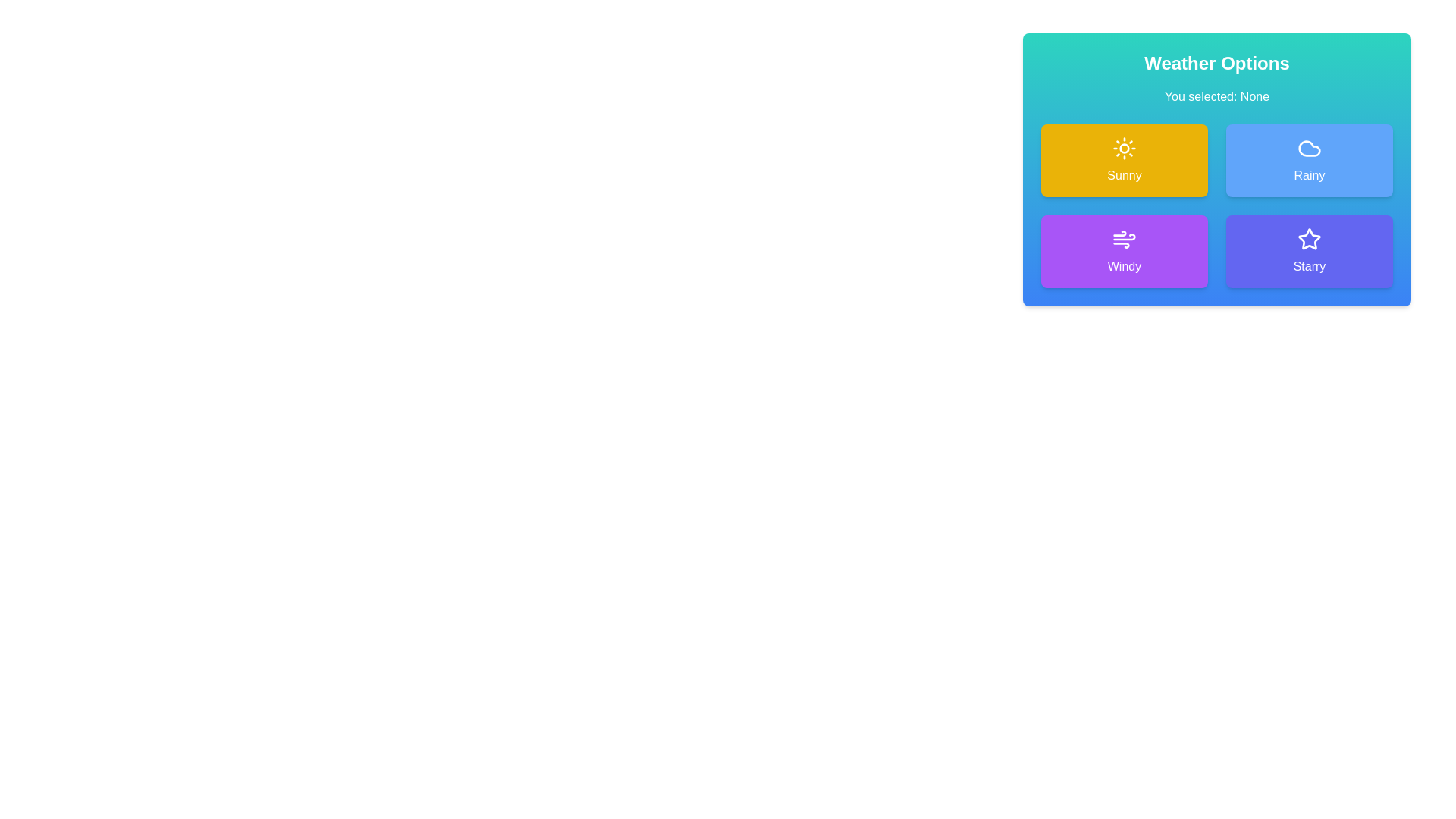 This screenshot has width=1456, height=819. What do you see at coordinates (1125, 149) in the screenshot?
I see `the small yellow circular design with a darker border located in the center of the 'Sunny' button, which is the top-left button among the four weather option buttons` at bounding box center [1125, 149].